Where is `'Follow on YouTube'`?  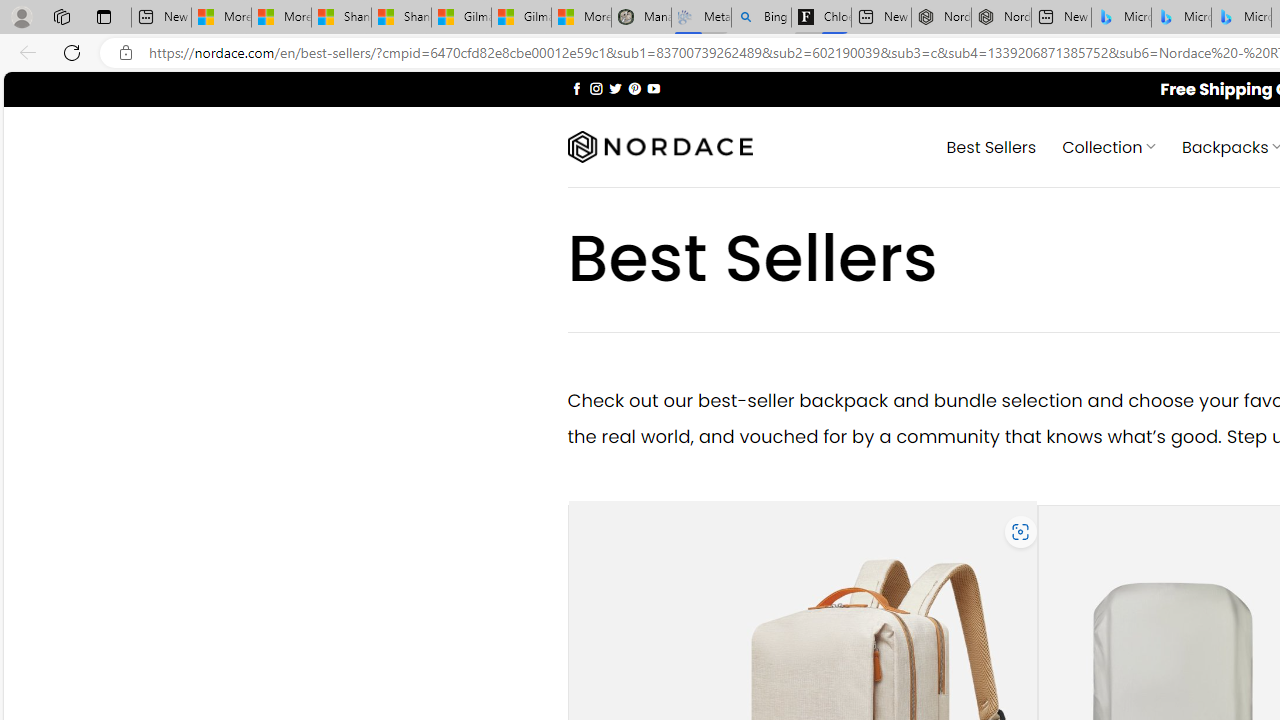
'Follow on YouTube' is located at coordinates (653, 87).